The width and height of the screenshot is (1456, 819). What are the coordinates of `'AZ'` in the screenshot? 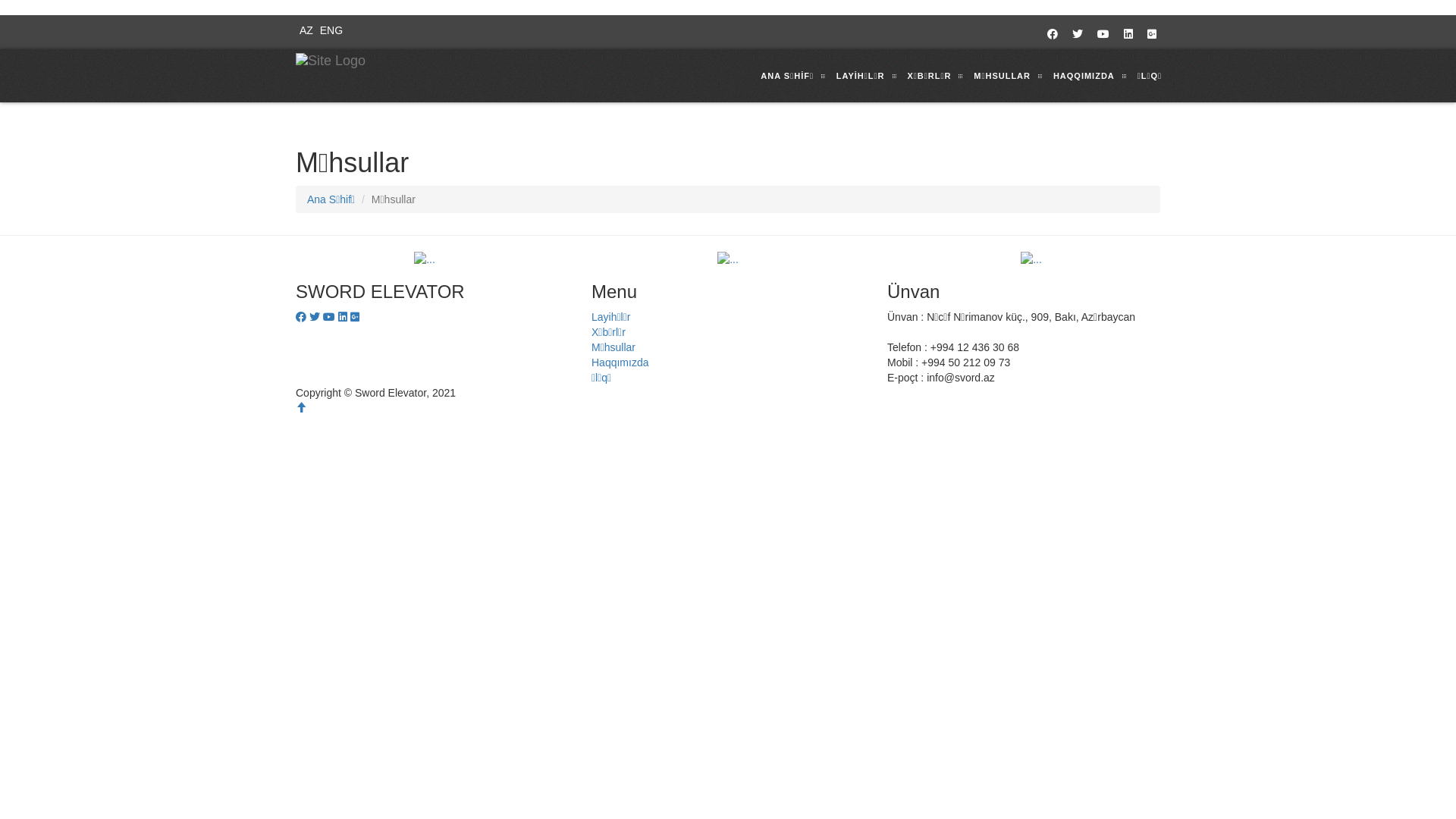 It's located at (303, 30).